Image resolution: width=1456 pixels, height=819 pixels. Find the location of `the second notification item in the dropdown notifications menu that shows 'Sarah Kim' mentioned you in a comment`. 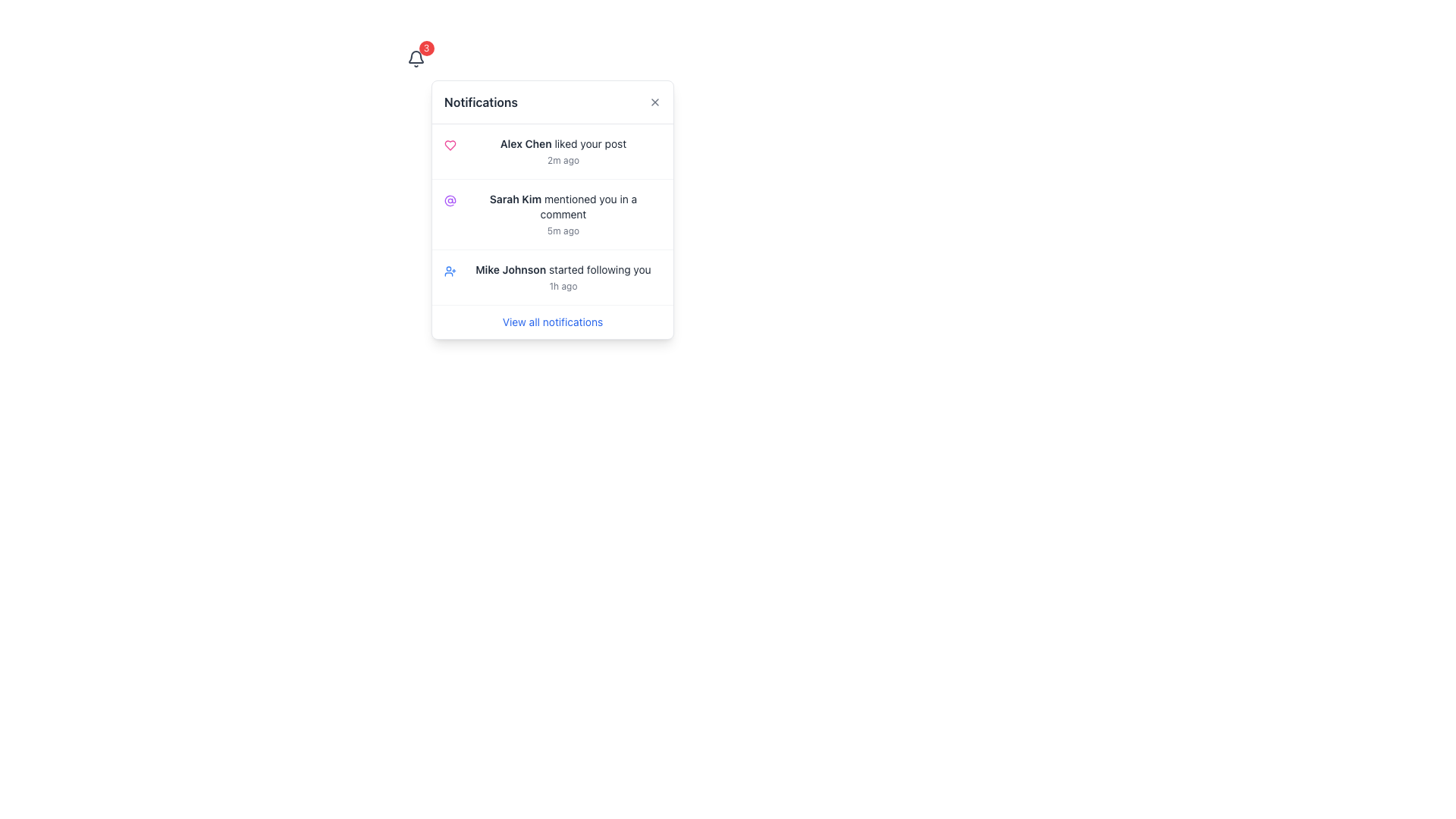

the second notification item in the dropdown notifications menu that shows 'Sarah Kim' mentioned you in a comment is located at coordinates (552, 210).